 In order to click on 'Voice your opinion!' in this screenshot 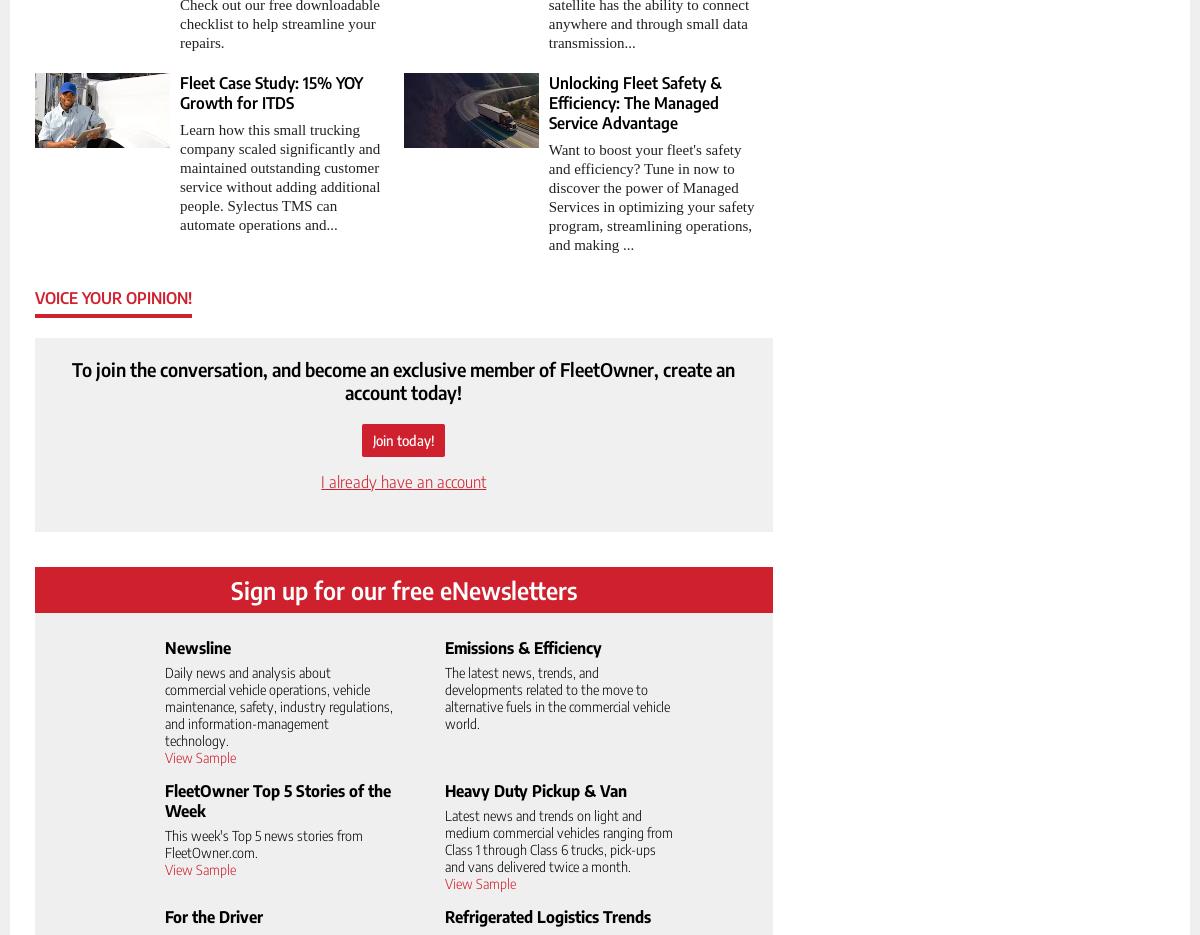, I will do `click(113, 296)`.